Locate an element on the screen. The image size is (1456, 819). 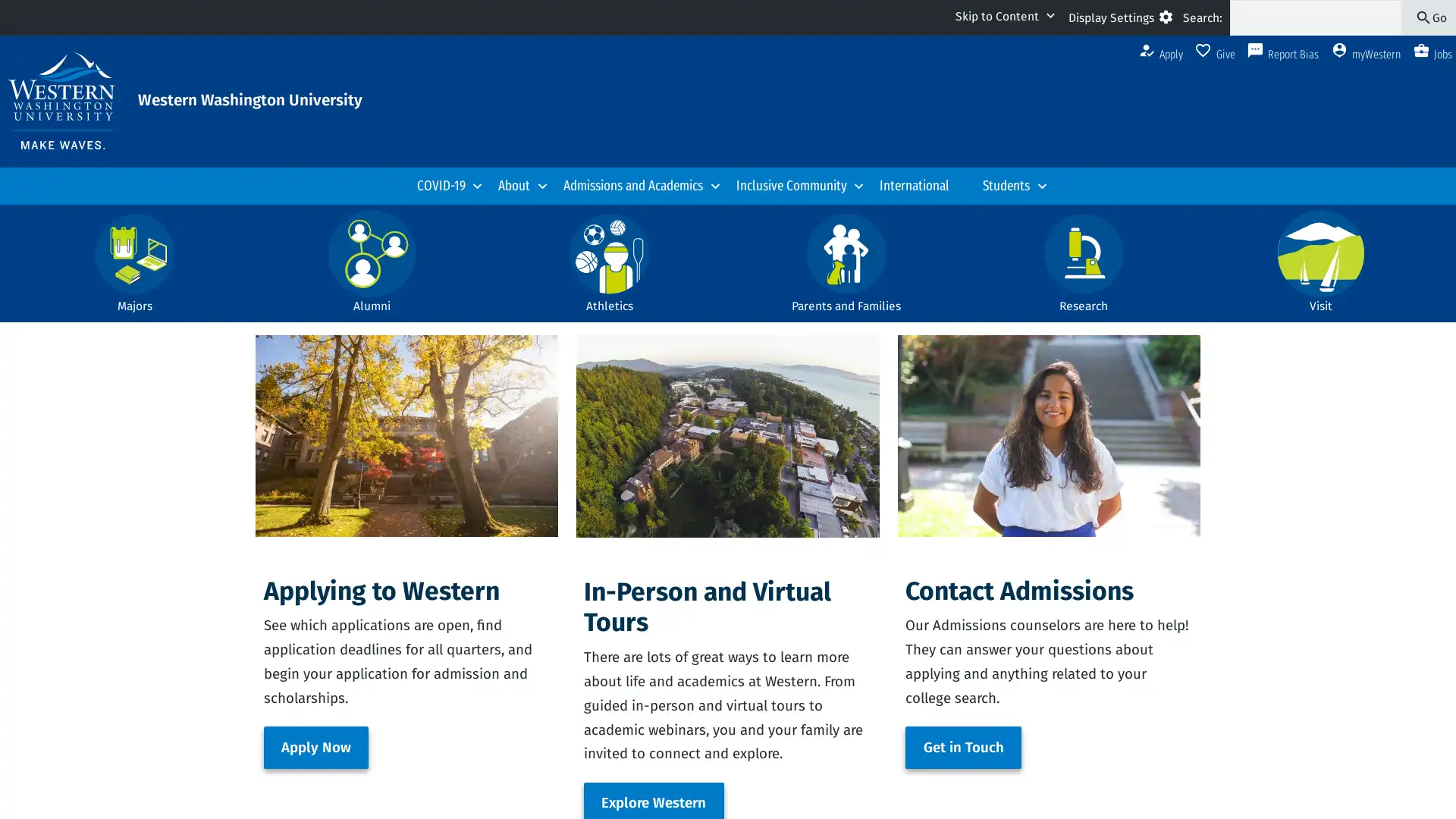
COVID-19 is located at coordinates (444, 185).